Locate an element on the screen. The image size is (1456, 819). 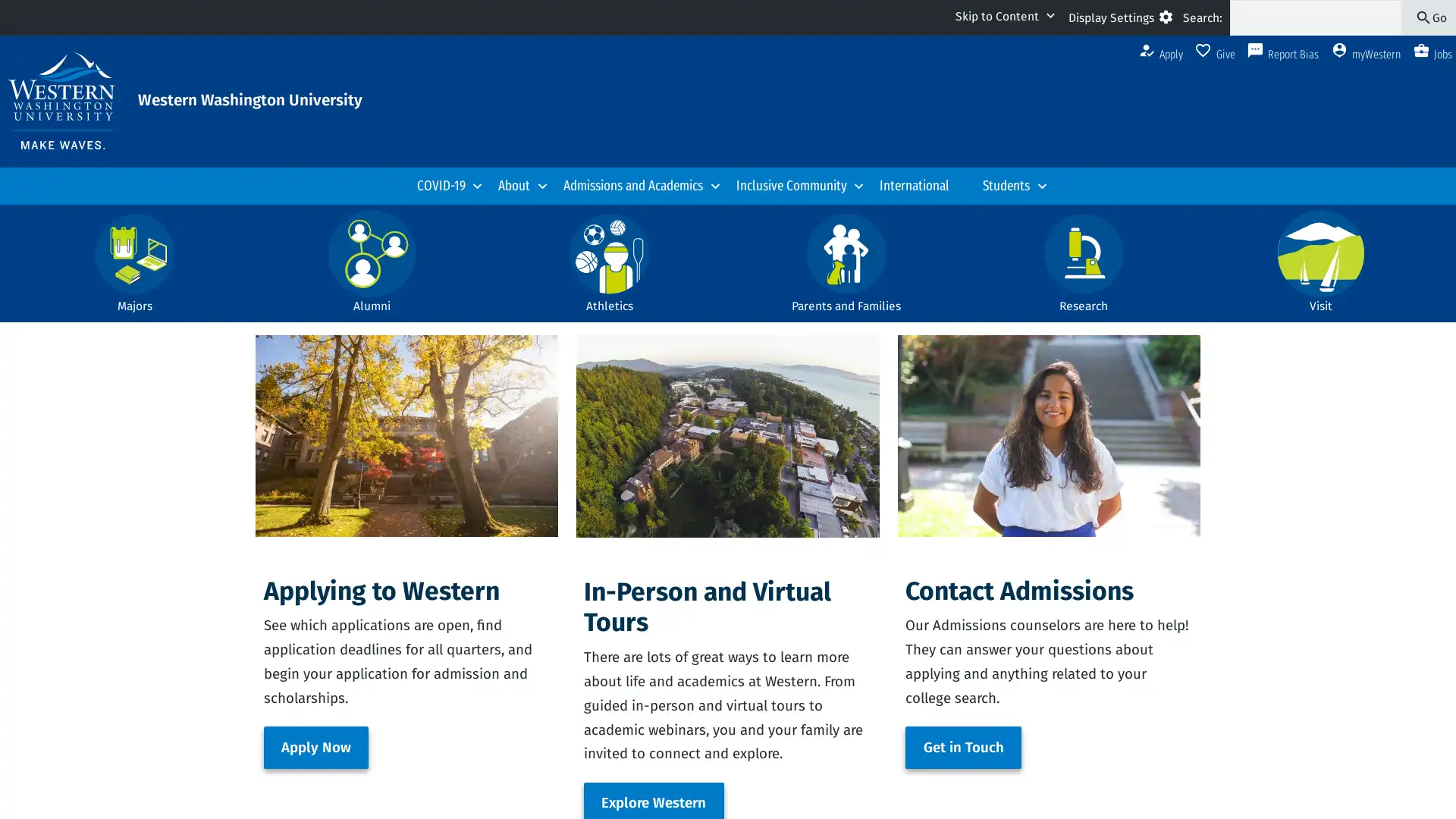
COVID-19 is located at coordinates (444, 185).